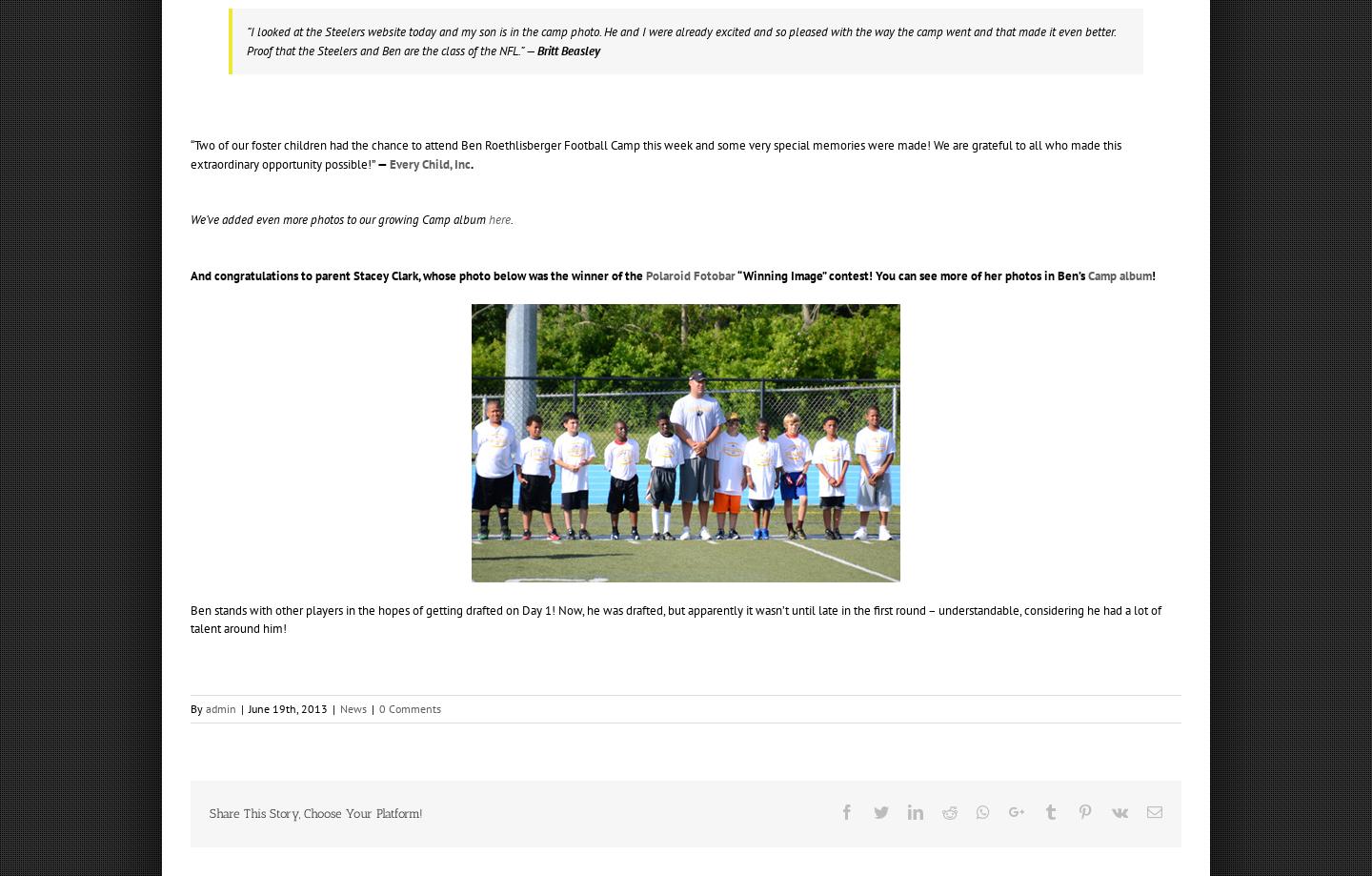 Image resolution: width=1372 pixels, height=876 pixels. What do you see at coordinates (316, 811) in the screenshot?
I see `'Share This Story, Choose Your Platform!'` at bounding box center [316, 811].